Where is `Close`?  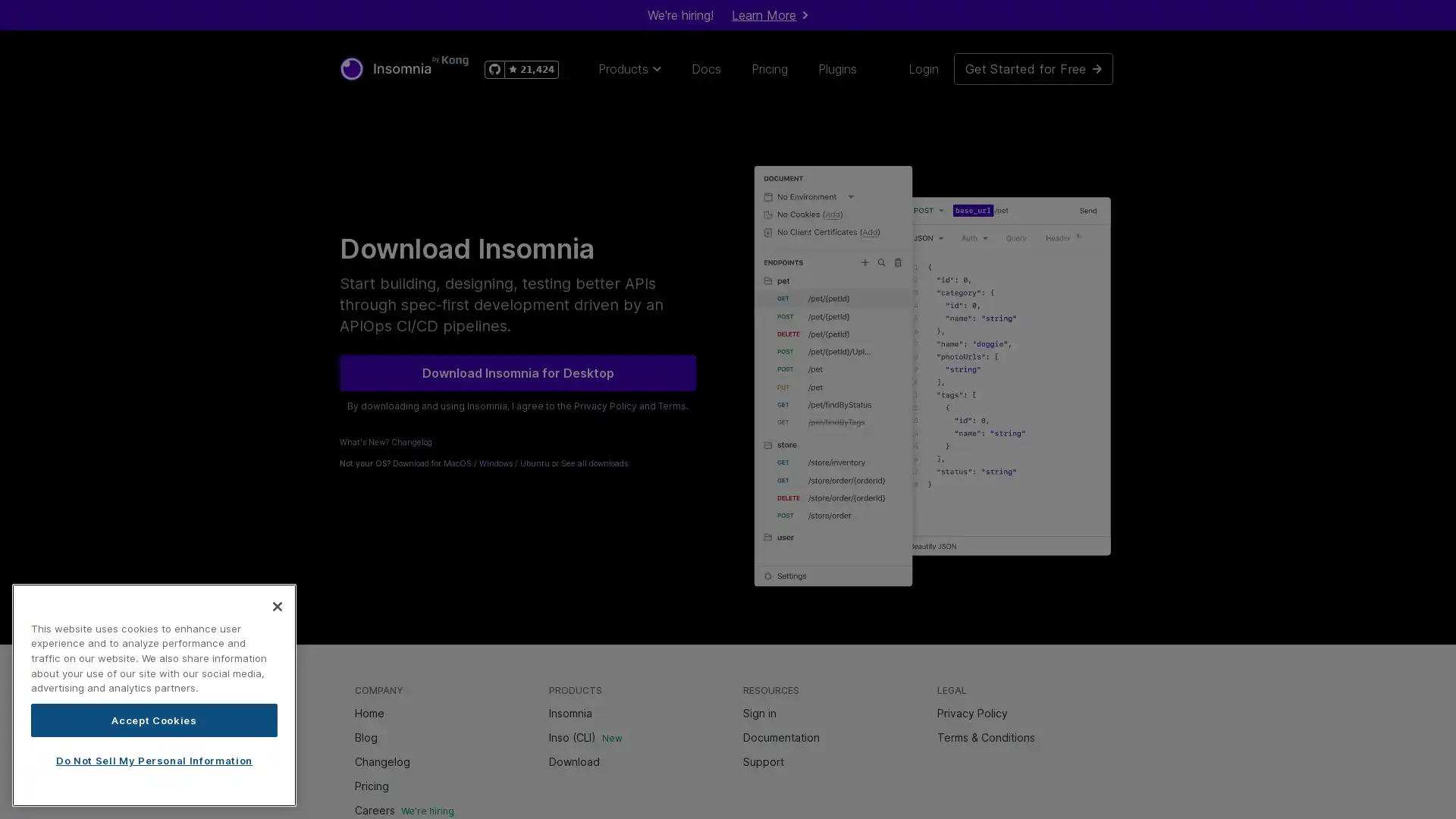
Close is located at coordinates (277, 604).